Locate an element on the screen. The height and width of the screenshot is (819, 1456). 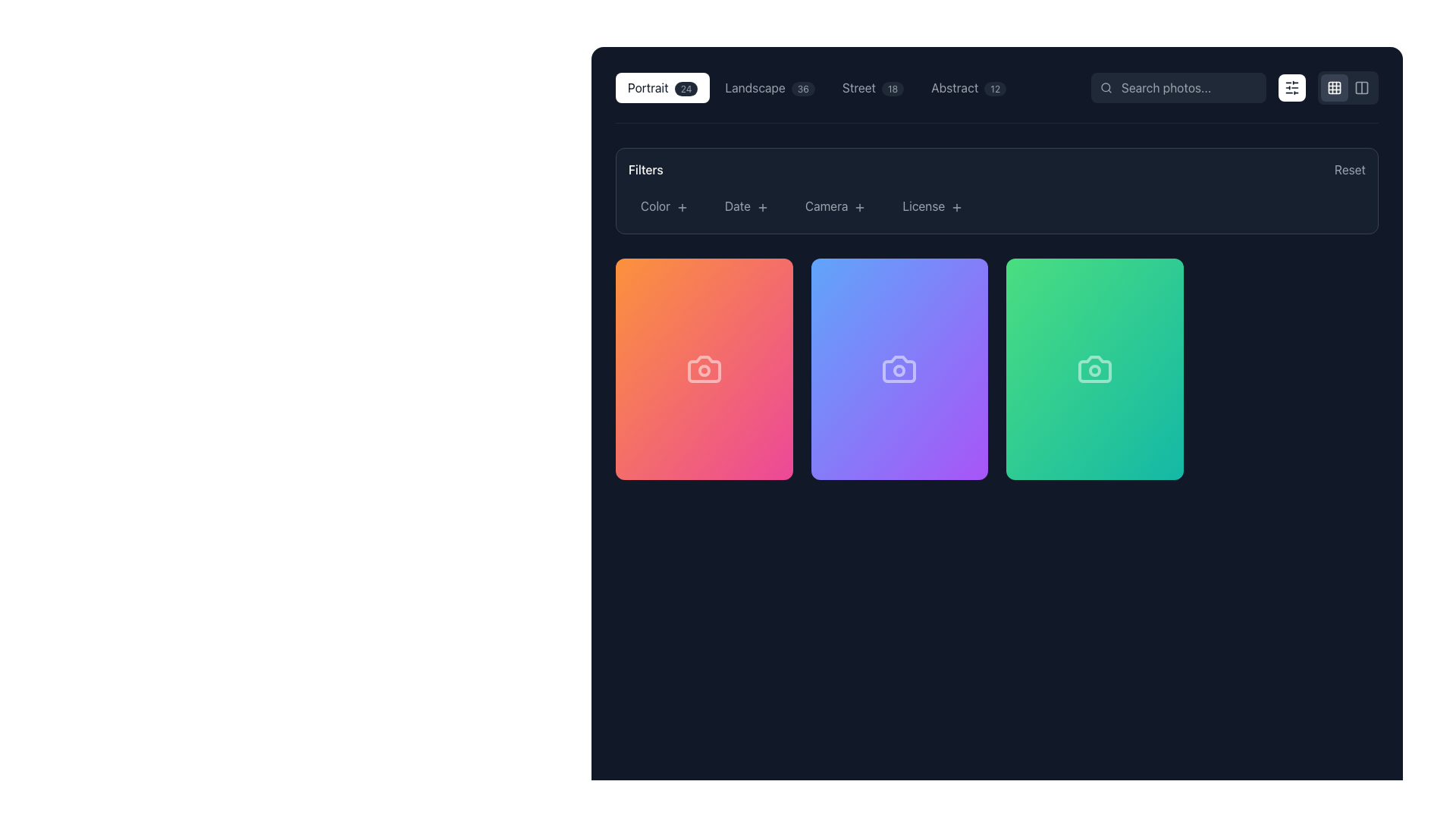
the decorative element located at the top of the rightmost green card, which features a gradient green background and has no interactive features is located at coordinates (1094, 283).